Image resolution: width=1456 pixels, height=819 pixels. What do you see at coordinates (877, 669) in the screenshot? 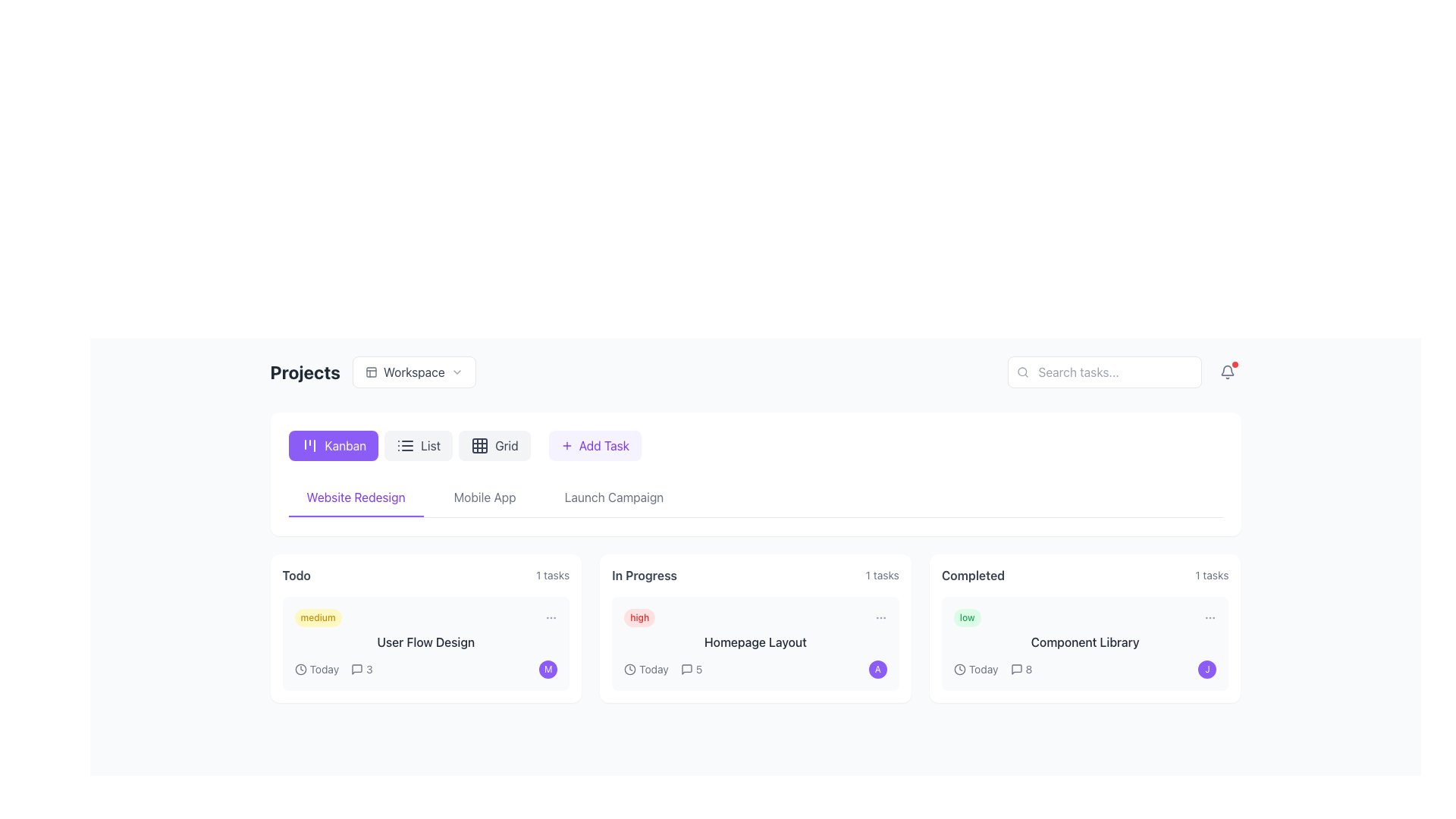
I see `the Badge indicator located on the right side of the 'Homepage Layout' card under the 'In Progress' category` at bounding box center [877, 669].